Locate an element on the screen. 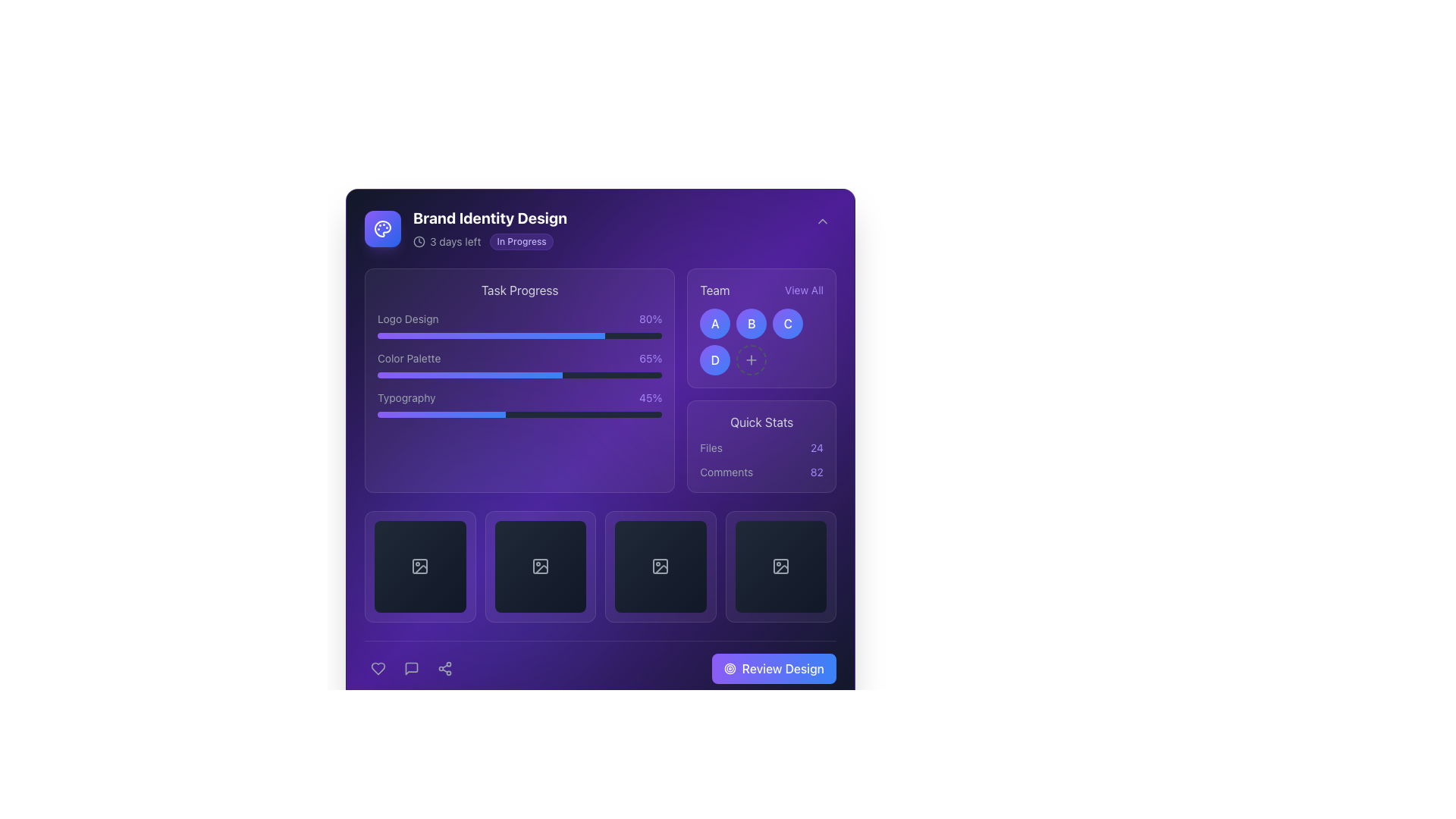 The height and width of the screenshot is (819, 1456). the progress bar labeled 'Logo Design' which shows an 80% completion with a gradient color from violet to blue, located under the 'Task Progress' section is located at coordinates (519, 324).